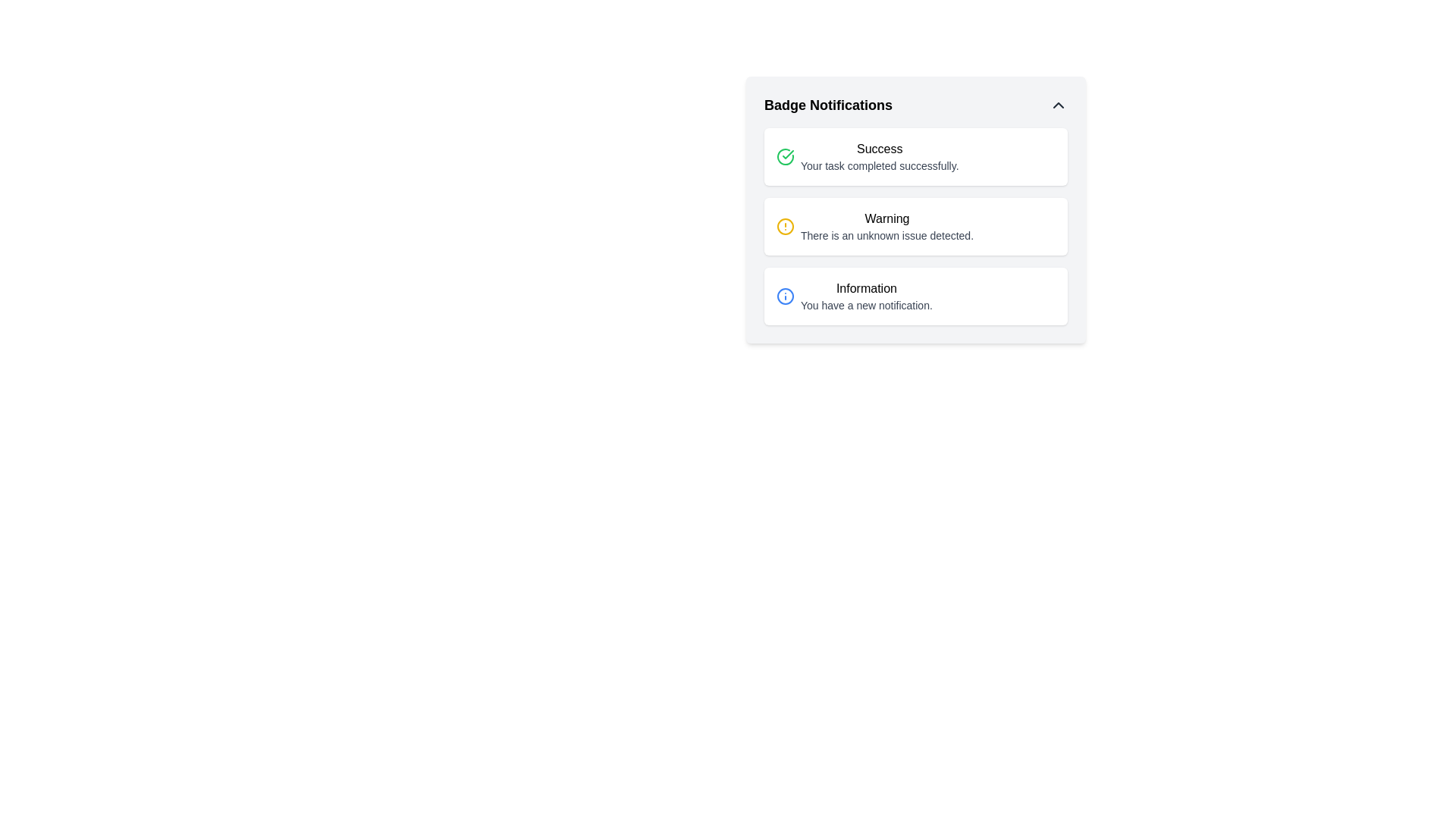  I want to click on circular warning symbol icon with a yellow border and exclamation mark, located before the 'Warning' text in the second notification block, so click(786, 227).